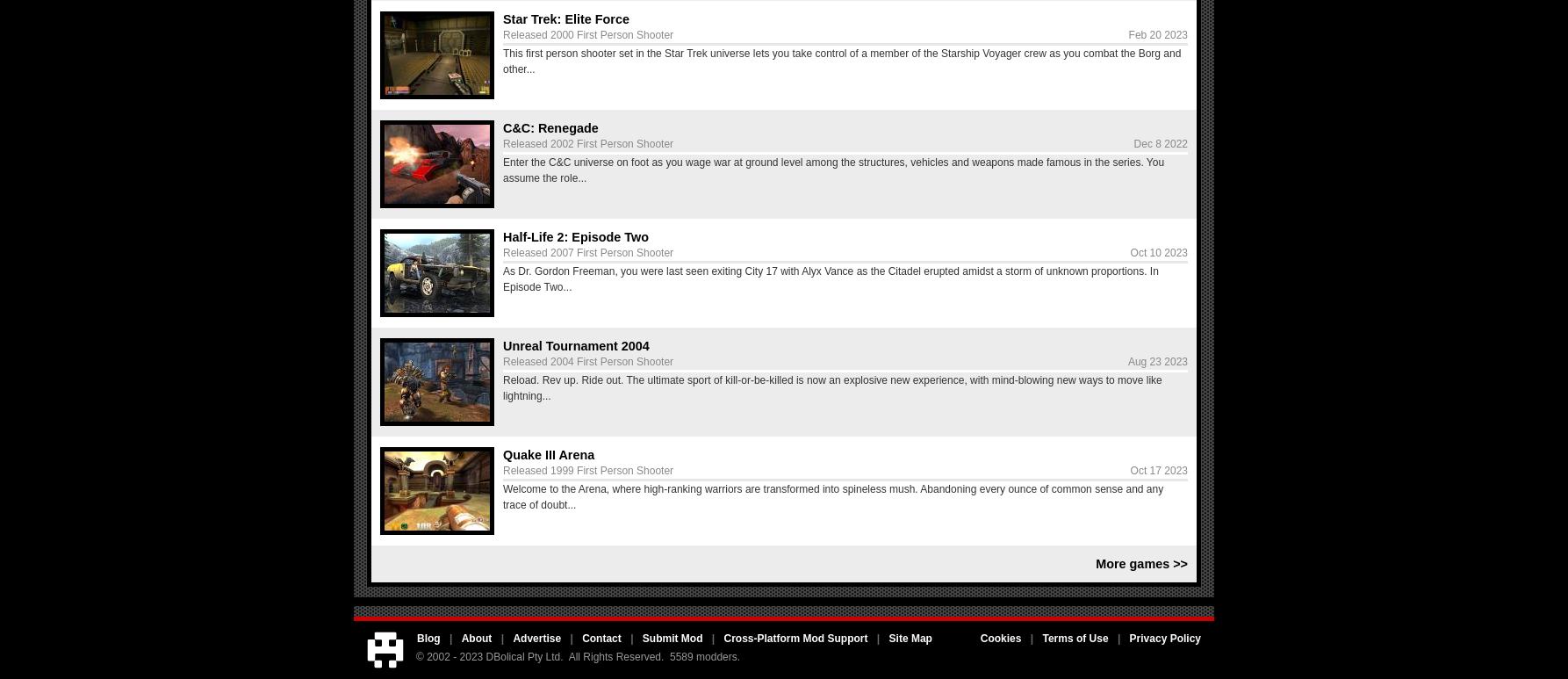  I want to click on 'Quake III Arena', so click(548, 454).